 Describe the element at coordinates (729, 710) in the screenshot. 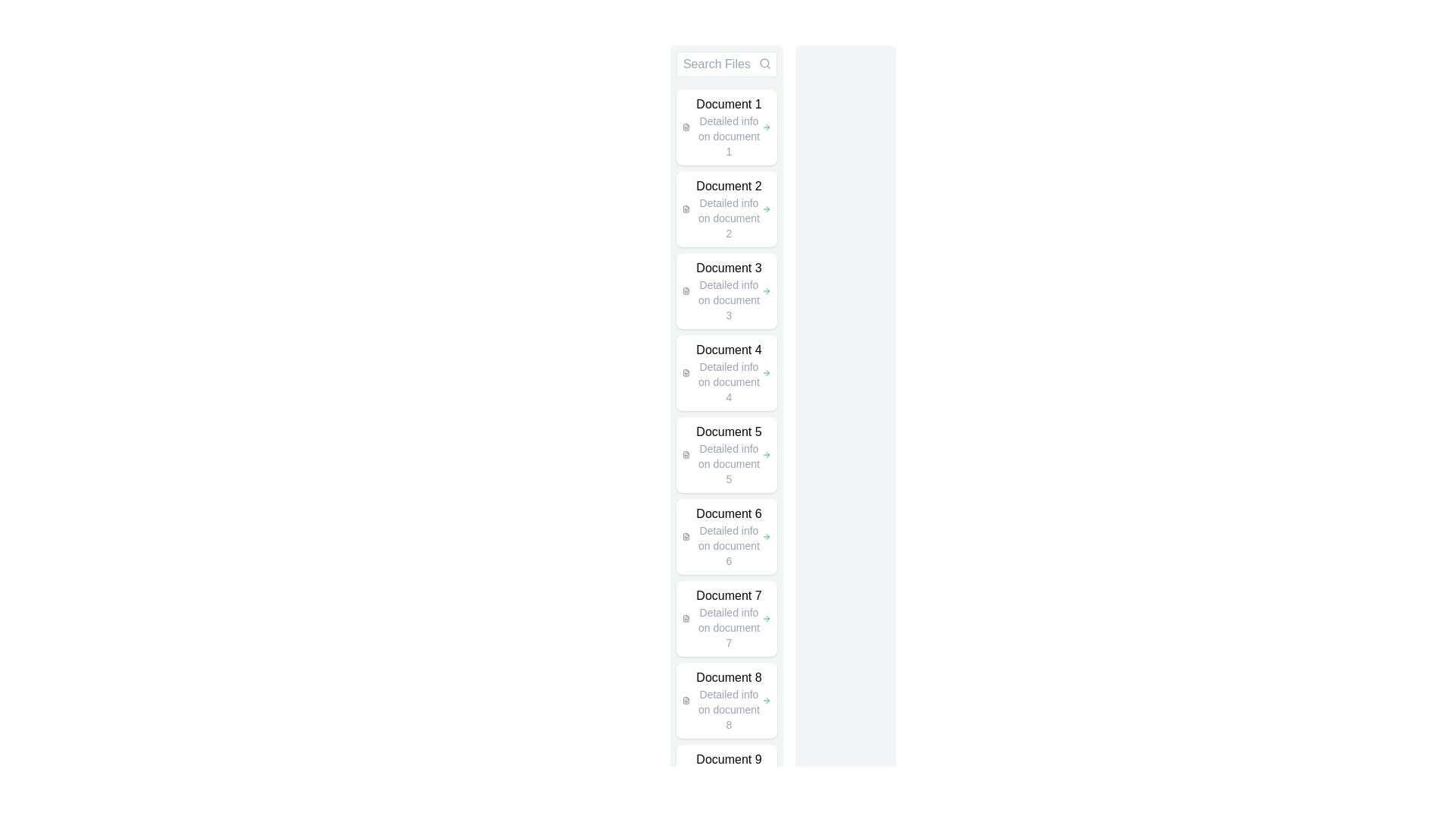

I see `text block displaying 'Detailed info on document 8', which is styled with a smaller gray font and aligned left, located as the second line in the entry for 'Document 8'` at that location.